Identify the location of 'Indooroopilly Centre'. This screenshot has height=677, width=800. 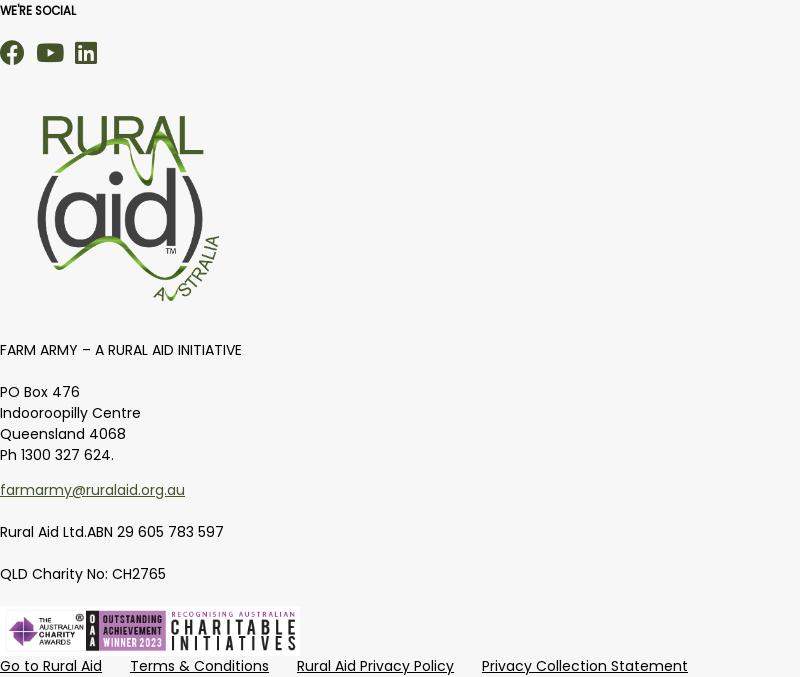
(70, 411).